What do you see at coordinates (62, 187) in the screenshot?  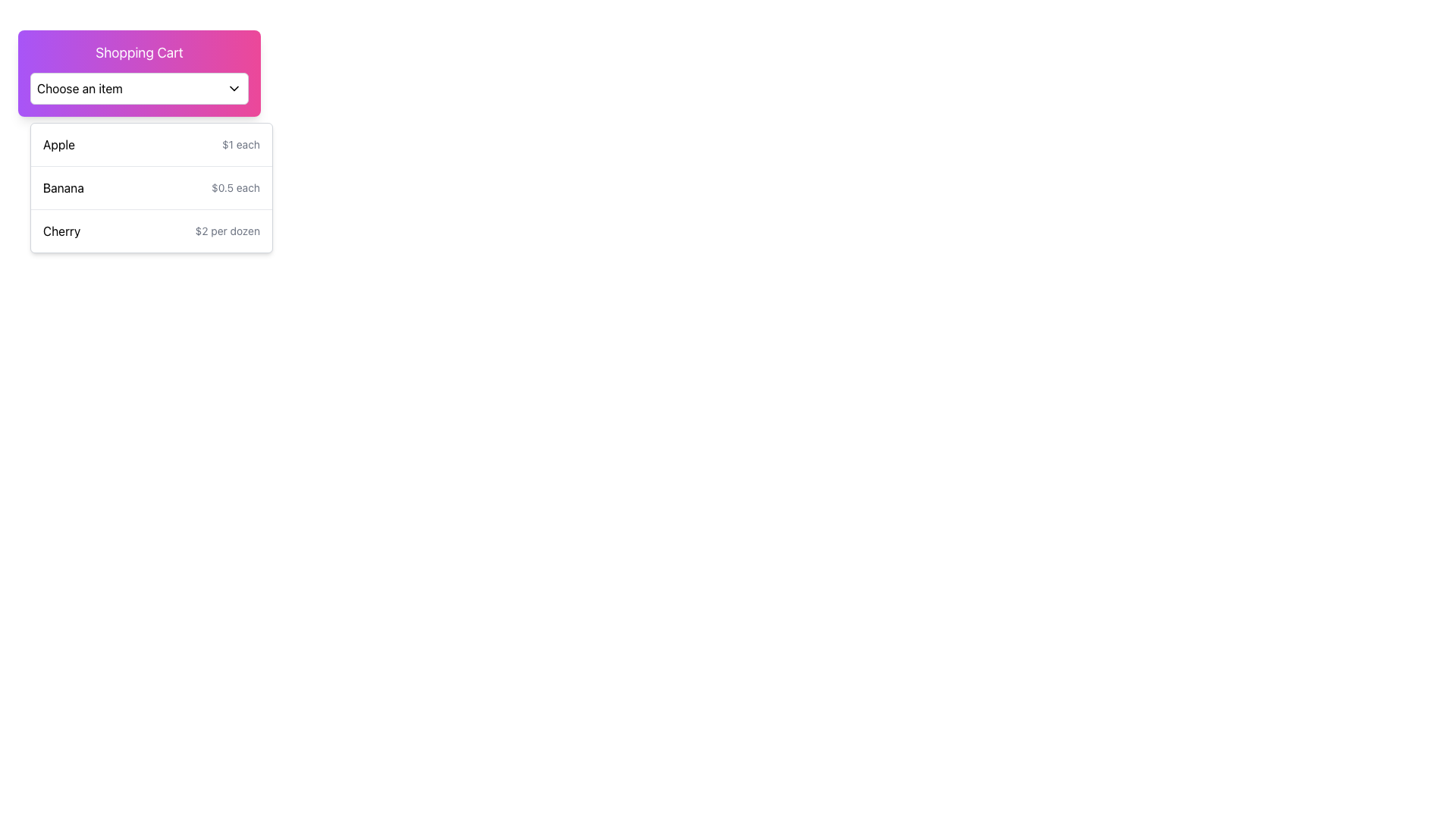 I see `the text label indicating the product name 'Banana' in the shopping cart dropdown menu, which is positioned between 'Apple' and 'Cherry'` at bounding box center [62, 187].